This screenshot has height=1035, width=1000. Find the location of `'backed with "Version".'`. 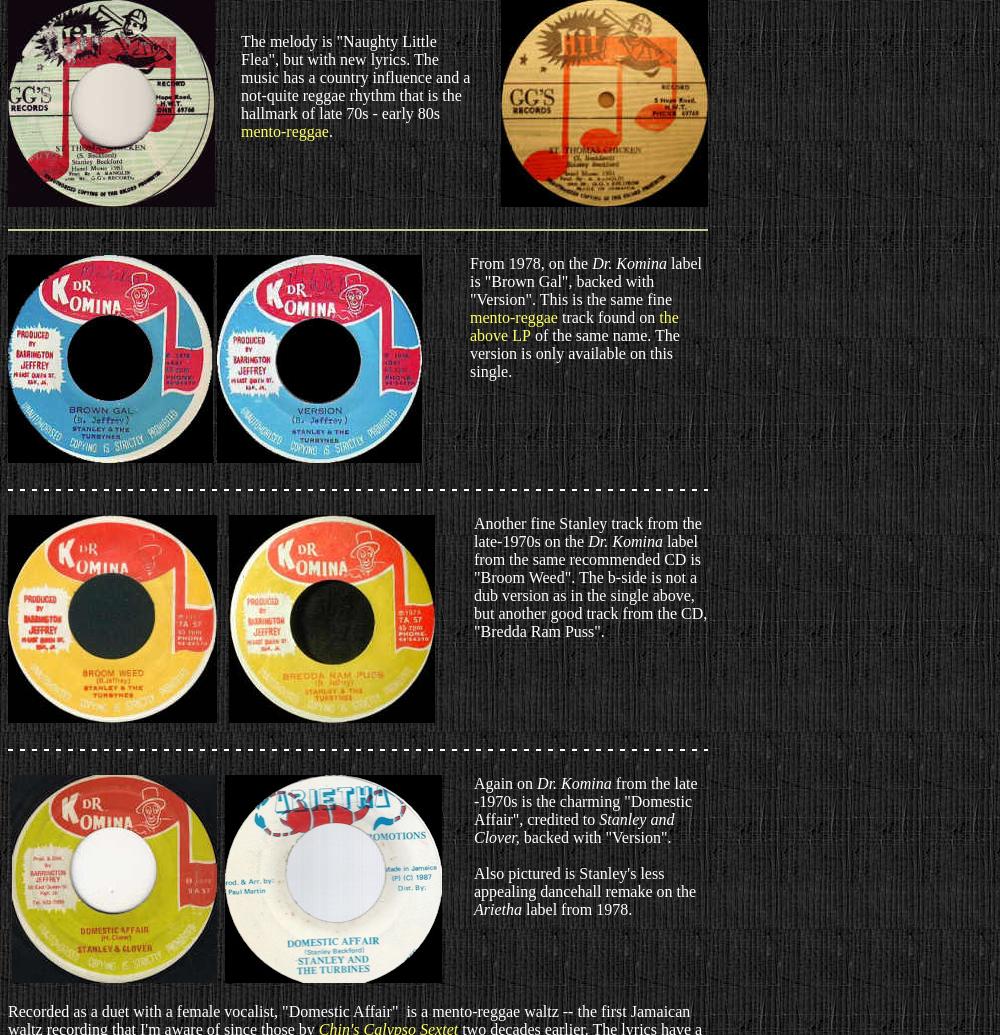

'backed with "Version".' is located at coordinates (596, 836).